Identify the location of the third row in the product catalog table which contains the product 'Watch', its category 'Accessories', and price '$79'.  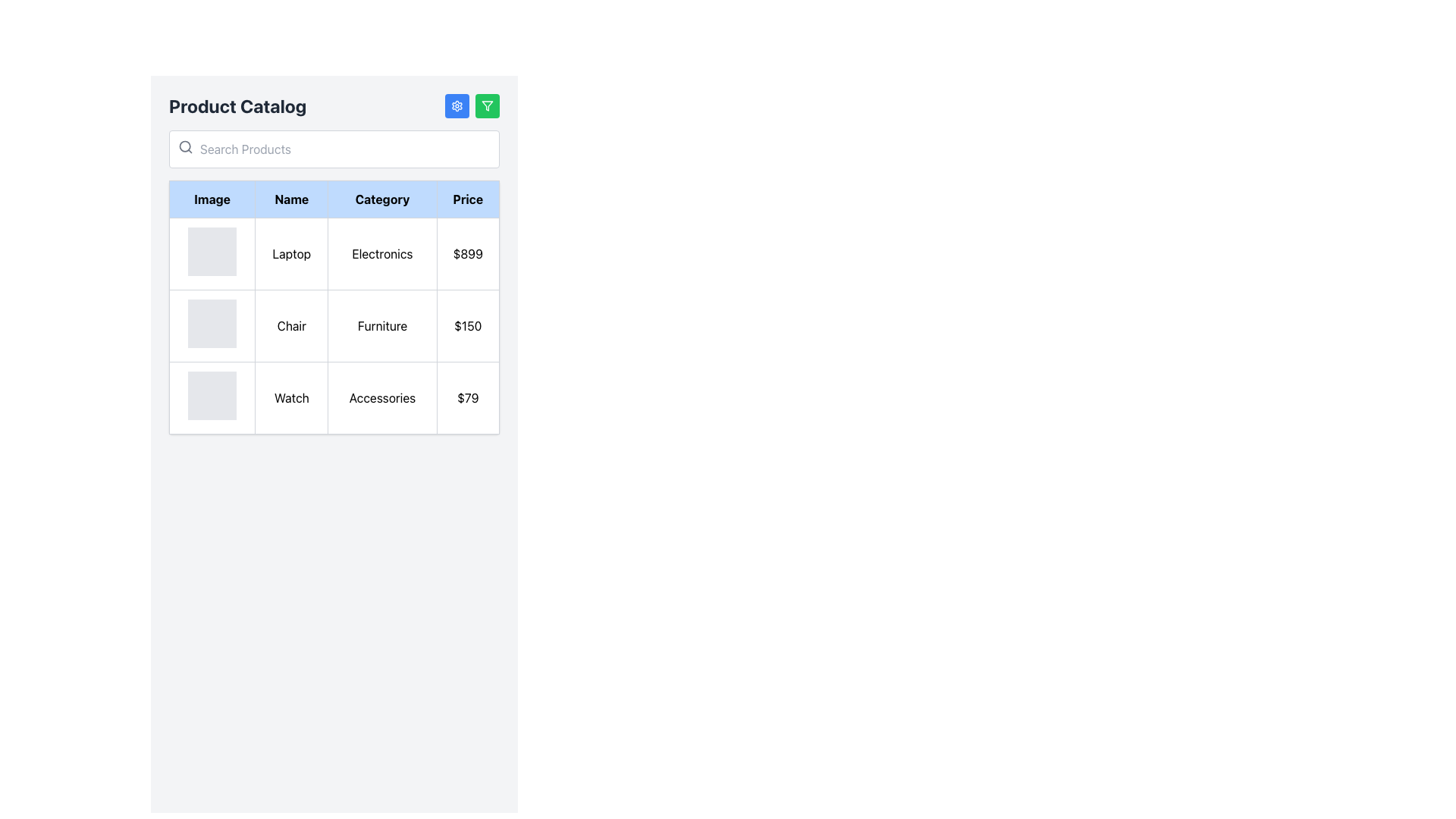
(334, 397).